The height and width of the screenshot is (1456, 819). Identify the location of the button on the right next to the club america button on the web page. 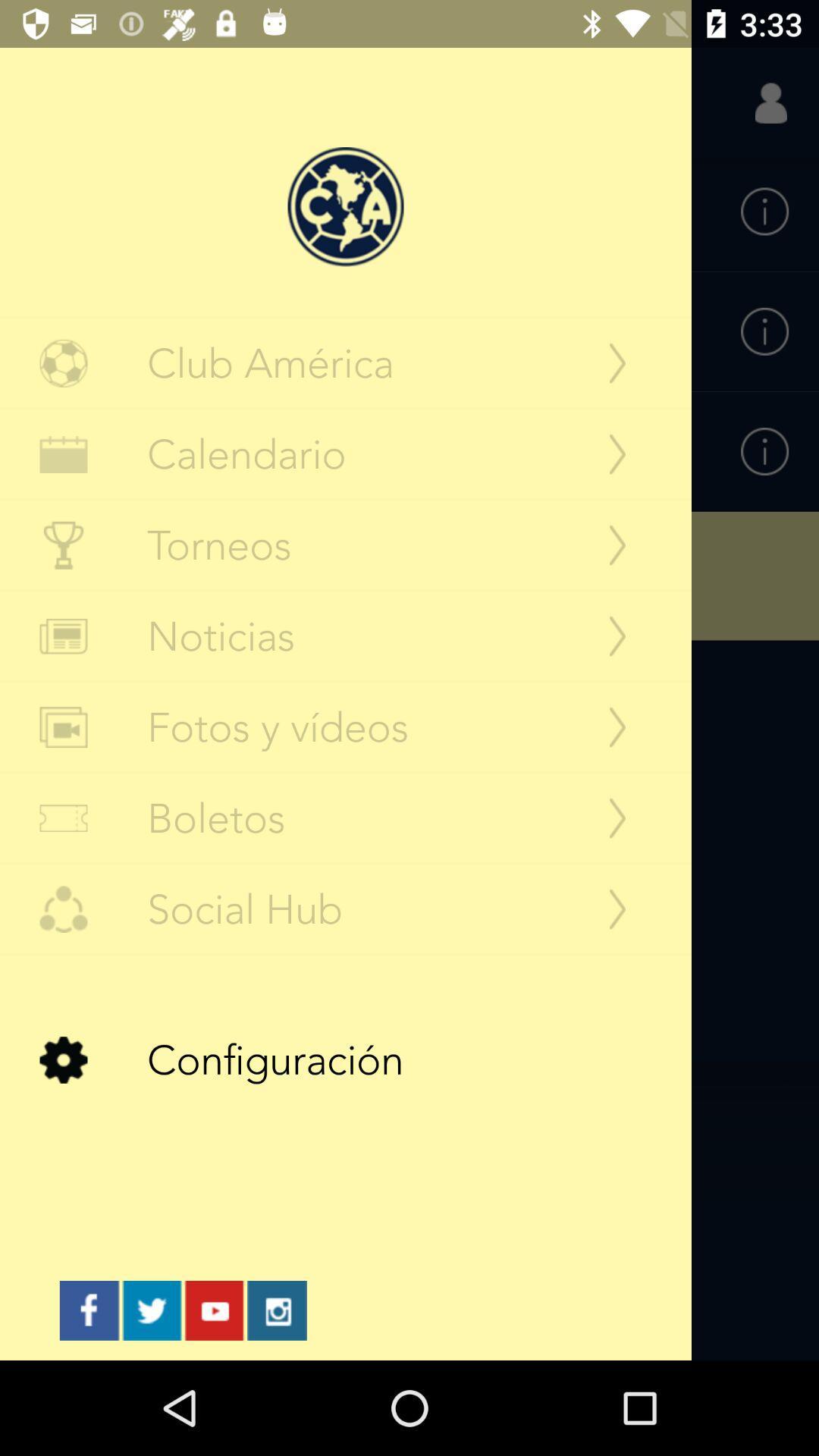
(617, 362).